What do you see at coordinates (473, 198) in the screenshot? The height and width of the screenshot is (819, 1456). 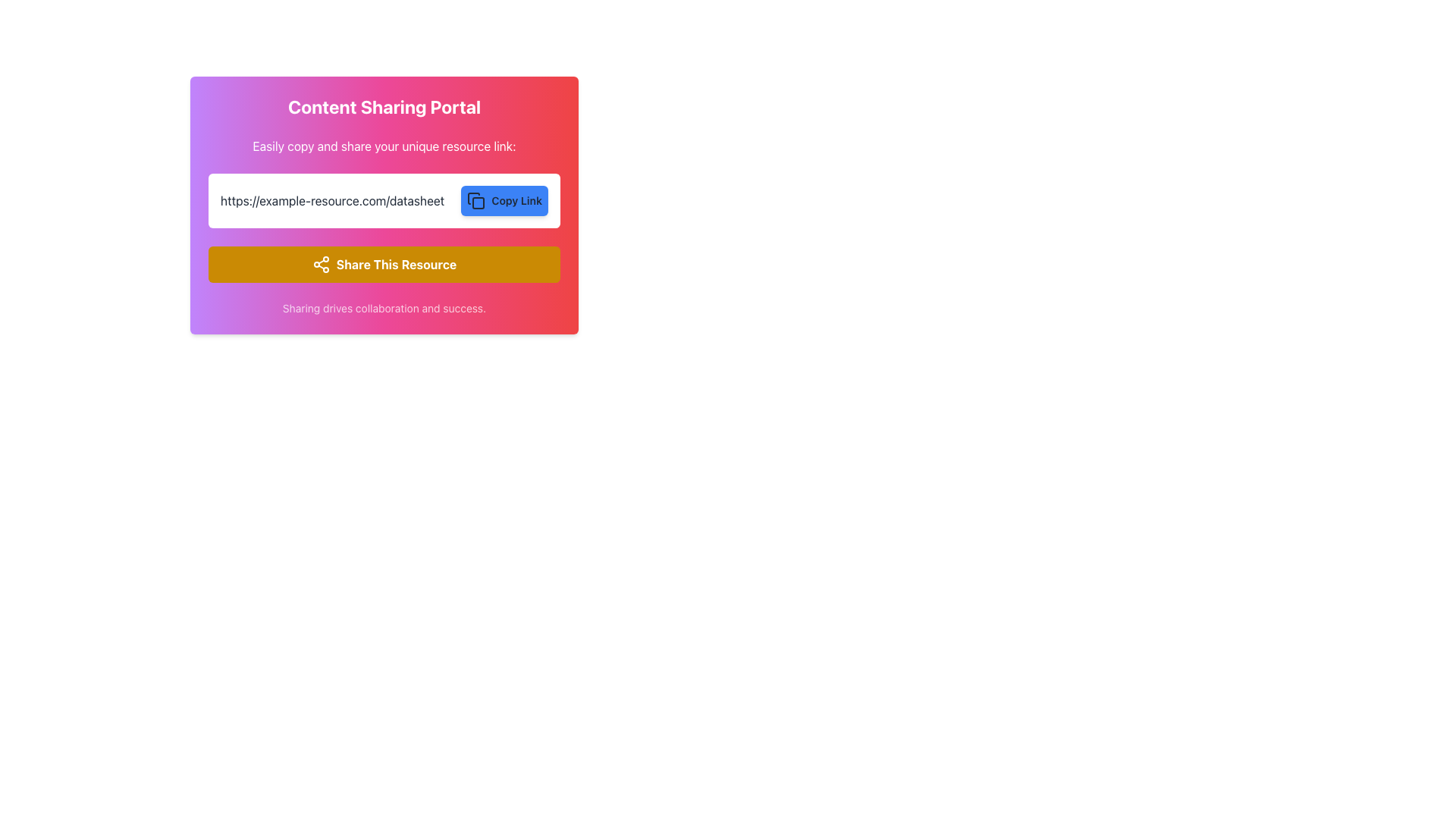 I see `the blue outlined rectangular copy icon located within the 'Copy Link' button to initiate the copy action` at bounding box center [473, 198].